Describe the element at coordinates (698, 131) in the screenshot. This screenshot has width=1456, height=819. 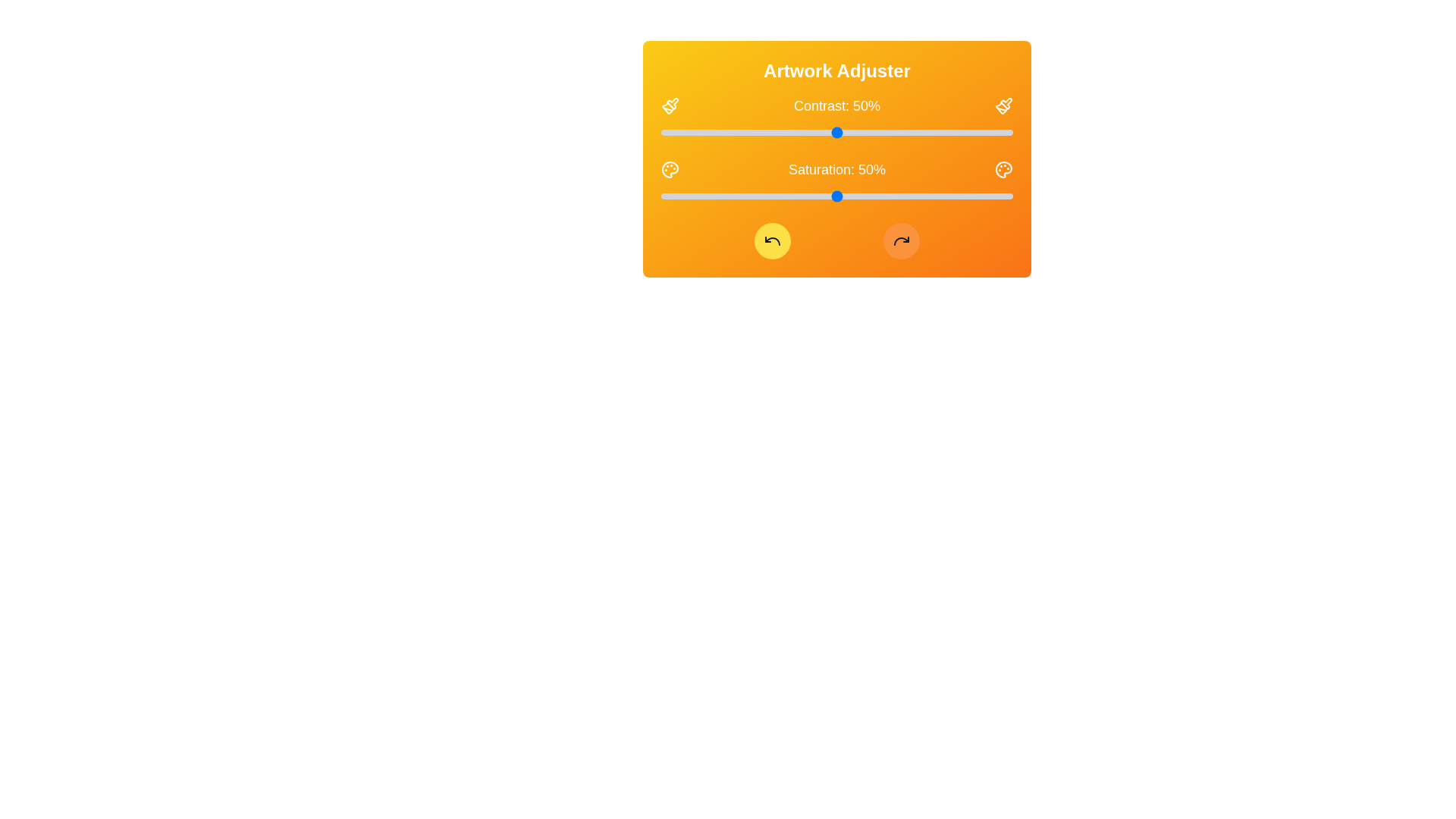
I see `the contrast slider to 11%` at that location.